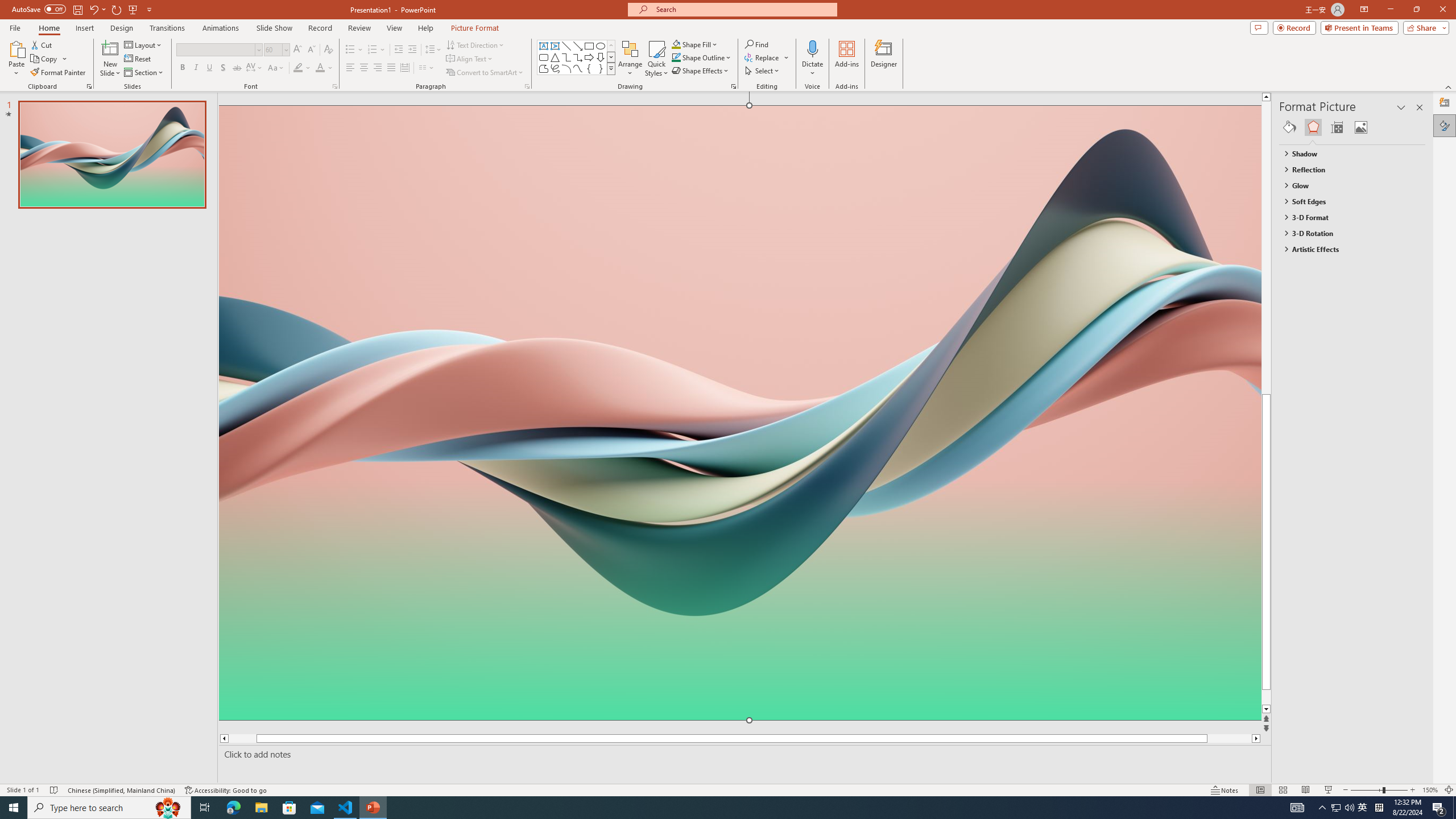  I want to click on 'Numbering', so click(377, 49).